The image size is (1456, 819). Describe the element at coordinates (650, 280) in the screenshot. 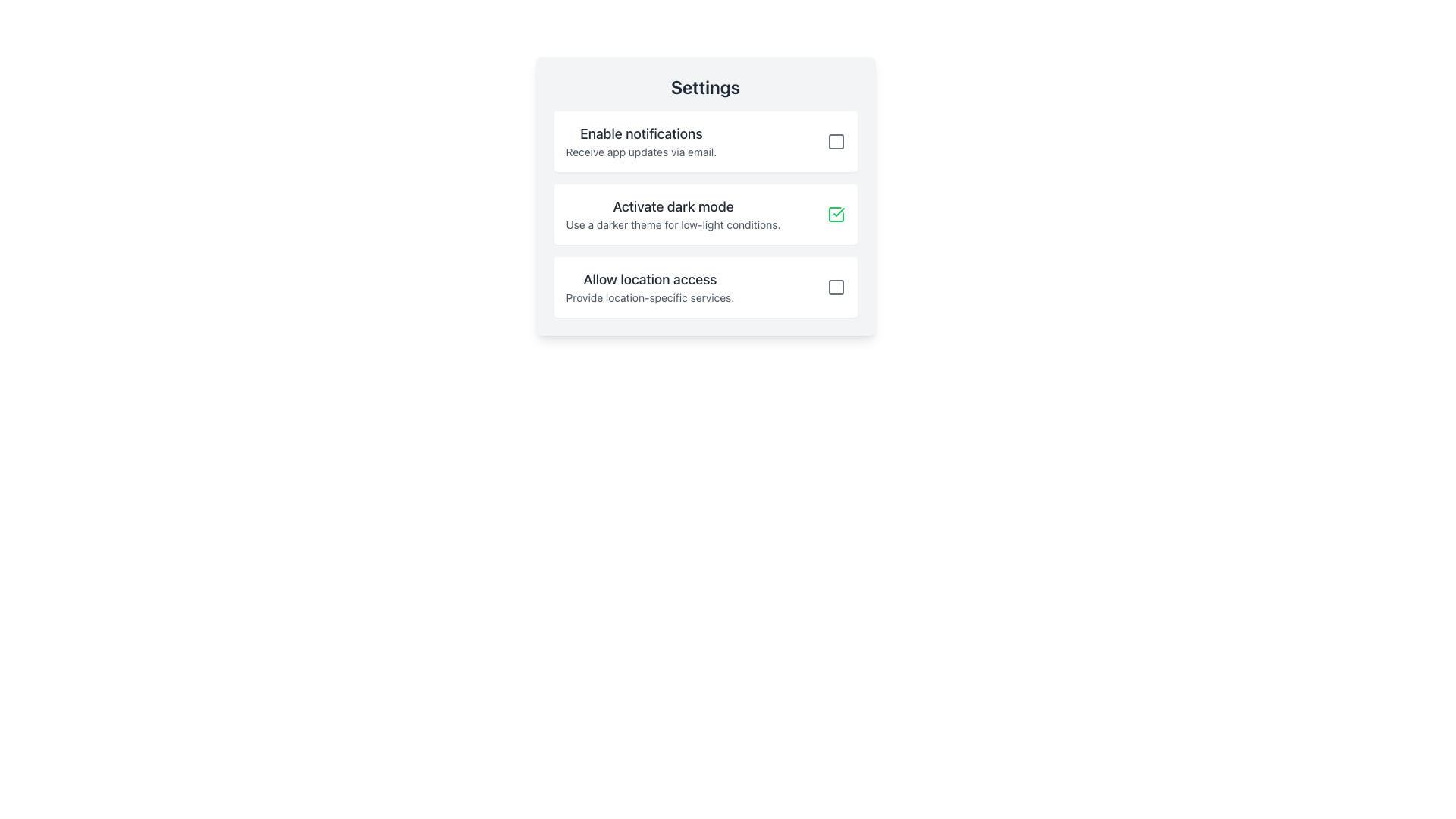

I see `the label that states 'Allow location access', which is styled with a larger font size and strong medium weight, located in the settings interface above the text 'Provide location-specific services'` at that location.